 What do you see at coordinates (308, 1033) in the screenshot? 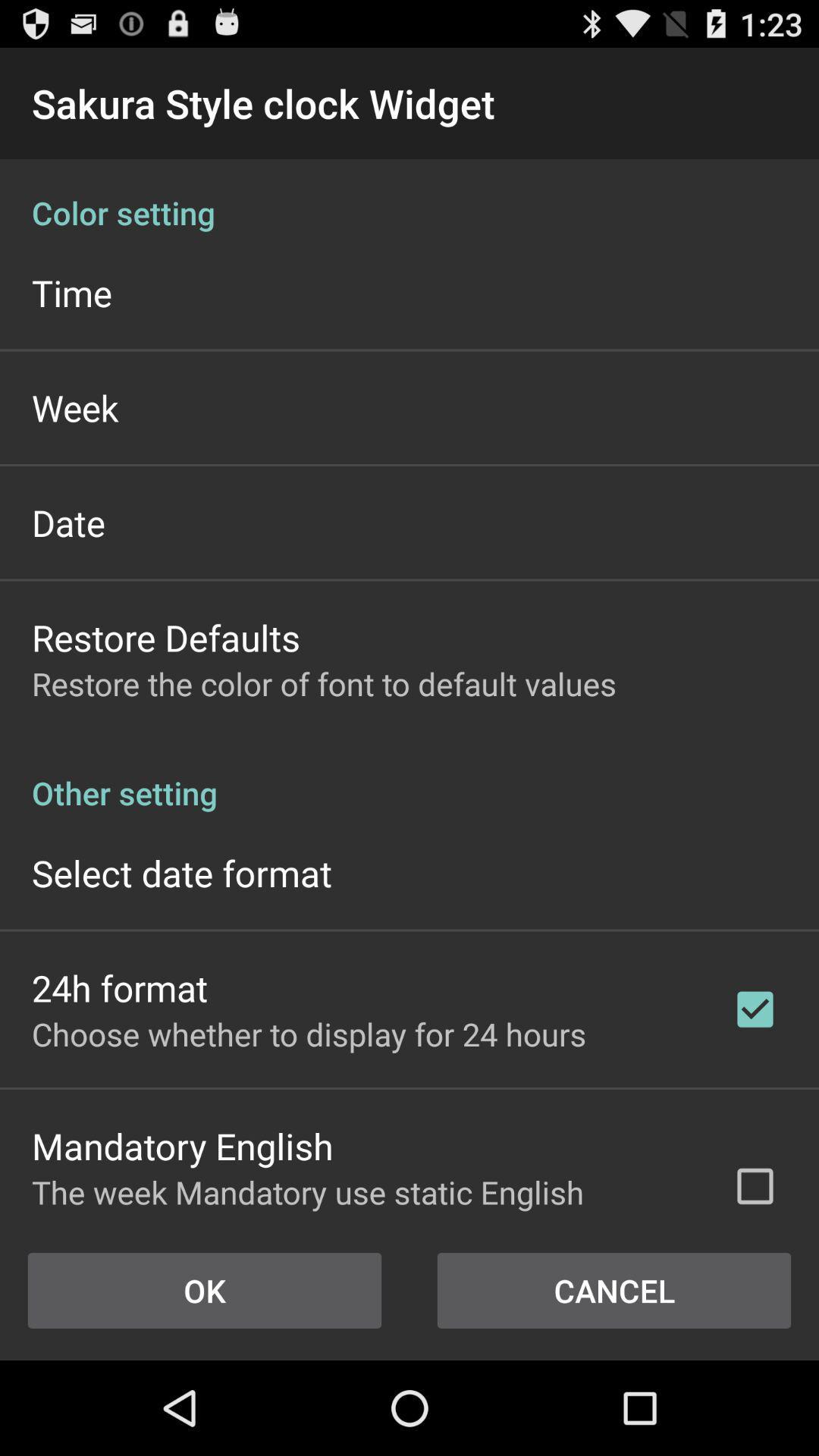
I see `choose whether to icon` at bounding box center [308, 1033].